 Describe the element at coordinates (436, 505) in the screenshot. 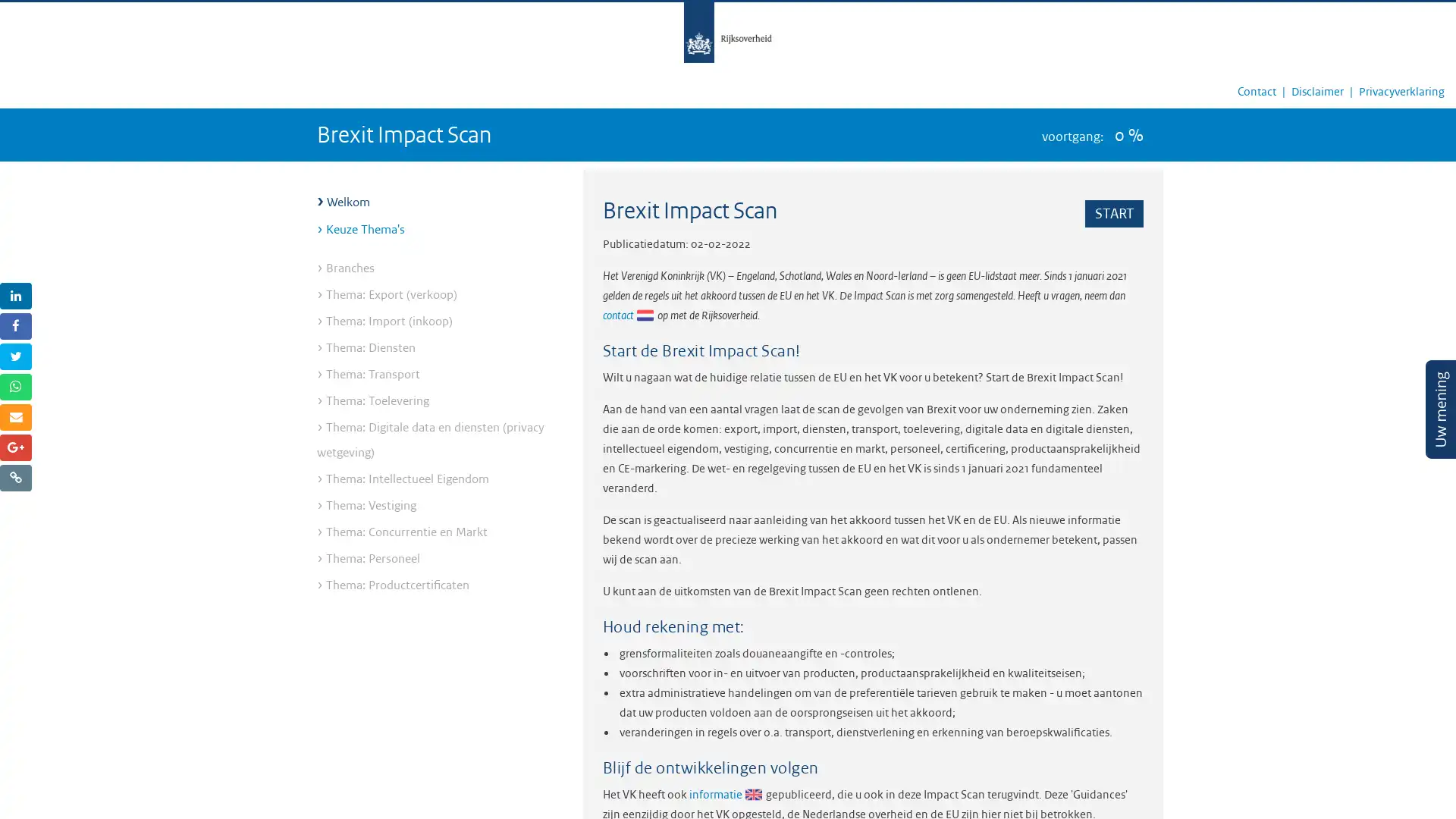

I see `Thema: Vestiging` at that location.